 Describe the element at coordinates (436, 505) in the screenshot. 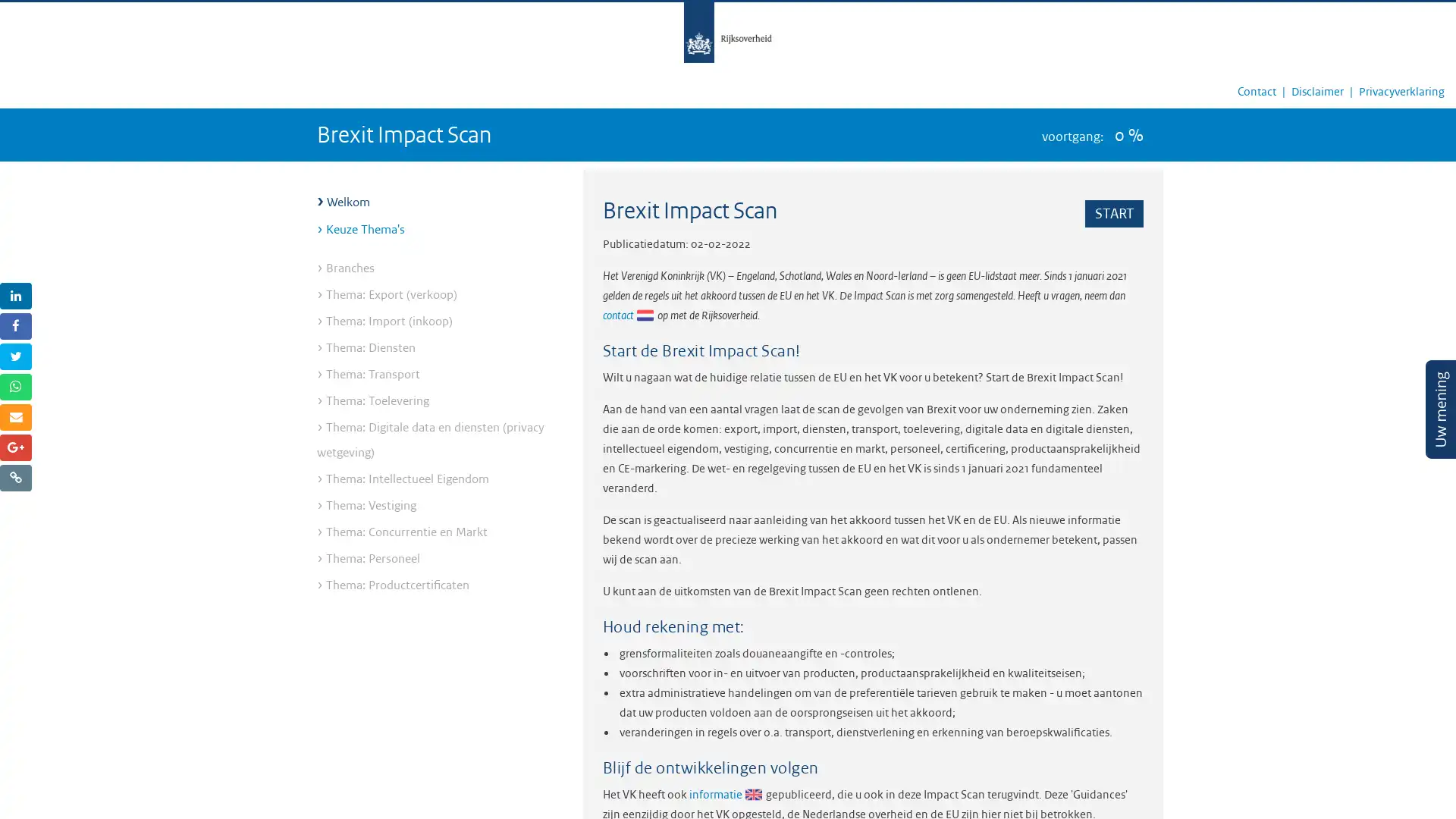

I see `Thema: Vestiging` at that location.